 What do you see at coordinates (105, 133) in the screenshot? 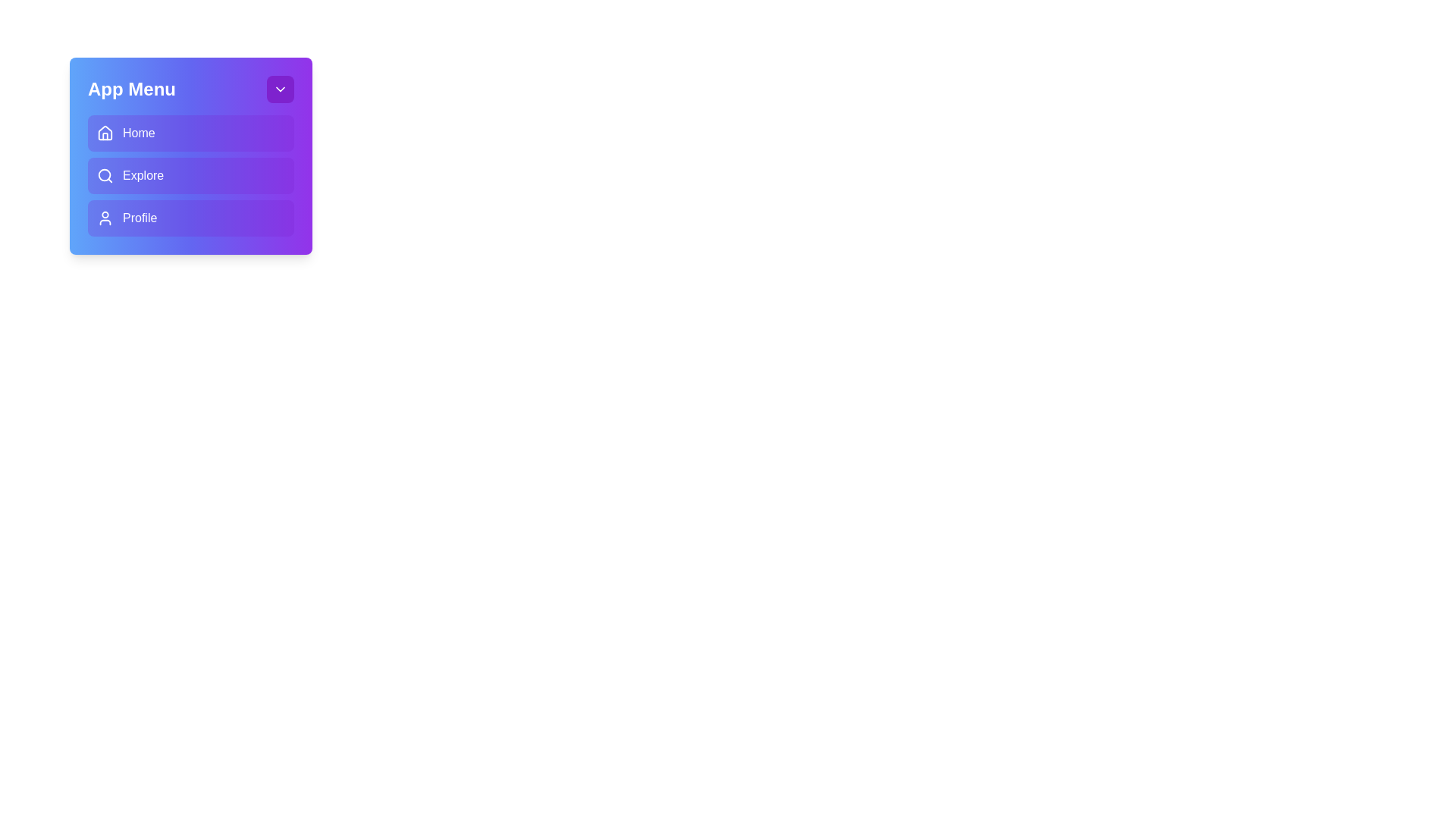
I see `the 'Home' icon located on the left side of the vertical menu, which is the first option above 'Explore' and 'Profile'` at bounding box center [105, 133].